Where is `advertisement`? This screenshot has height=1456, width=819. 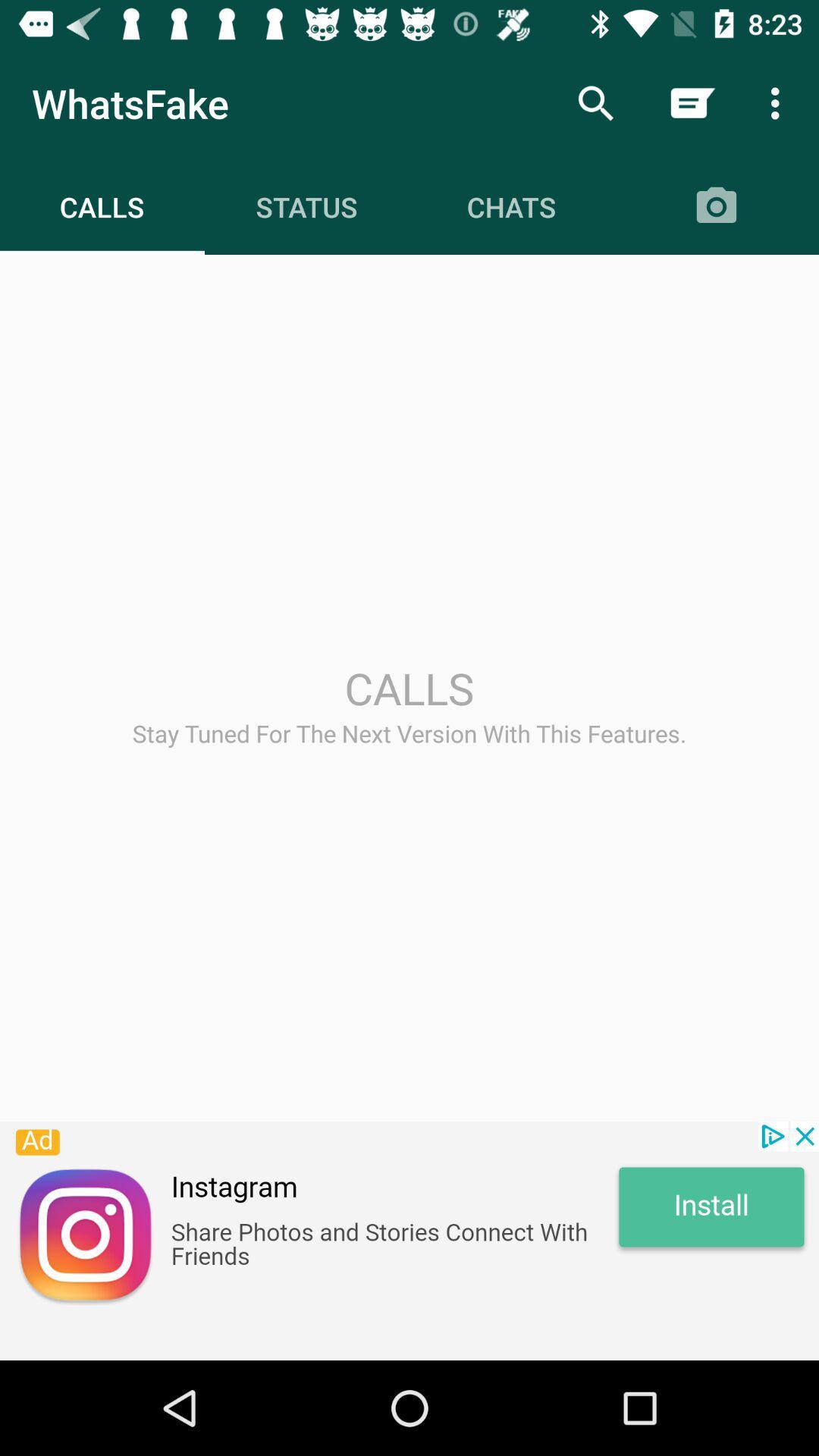
advertisement is located at coordinates (409, 1241).